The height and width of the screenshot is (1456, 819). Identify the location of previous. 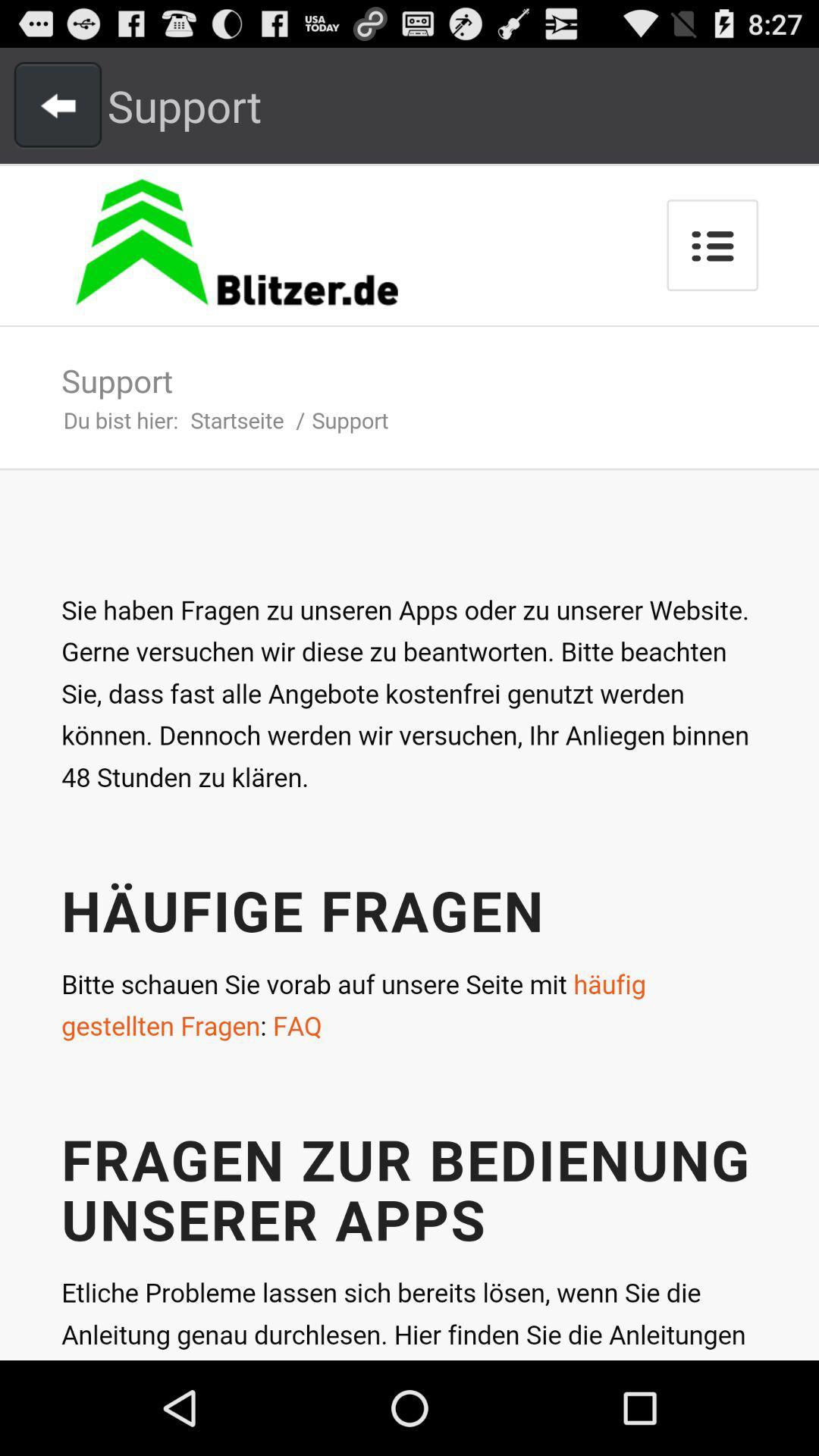
(57, 105).